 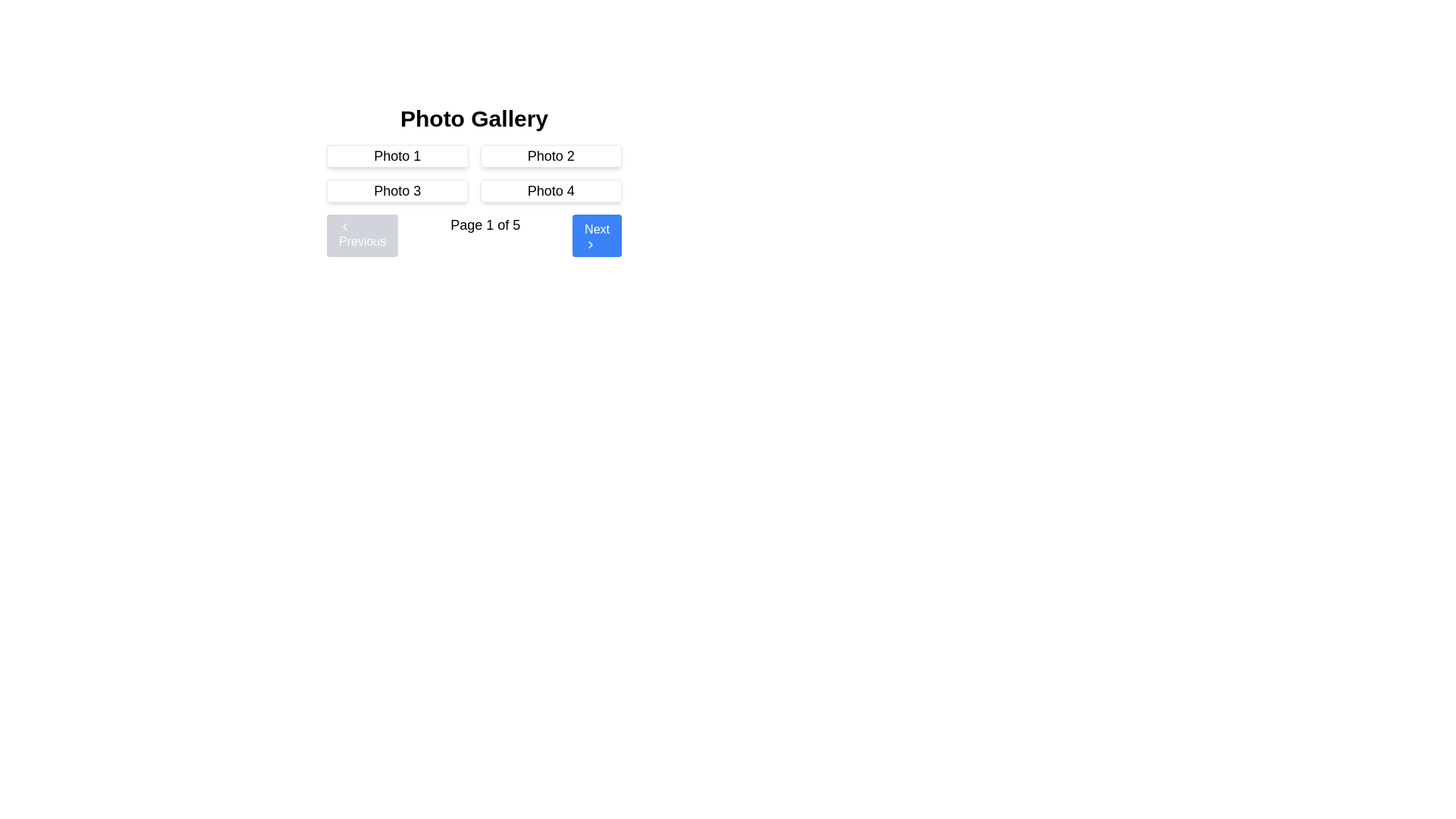 What do you see at coordinates (397, 190) in the screenshot?
I see `the rectangular button labeled 'Photo 3' located in the second row and first column of the grid` at bounding box center [397, 190].